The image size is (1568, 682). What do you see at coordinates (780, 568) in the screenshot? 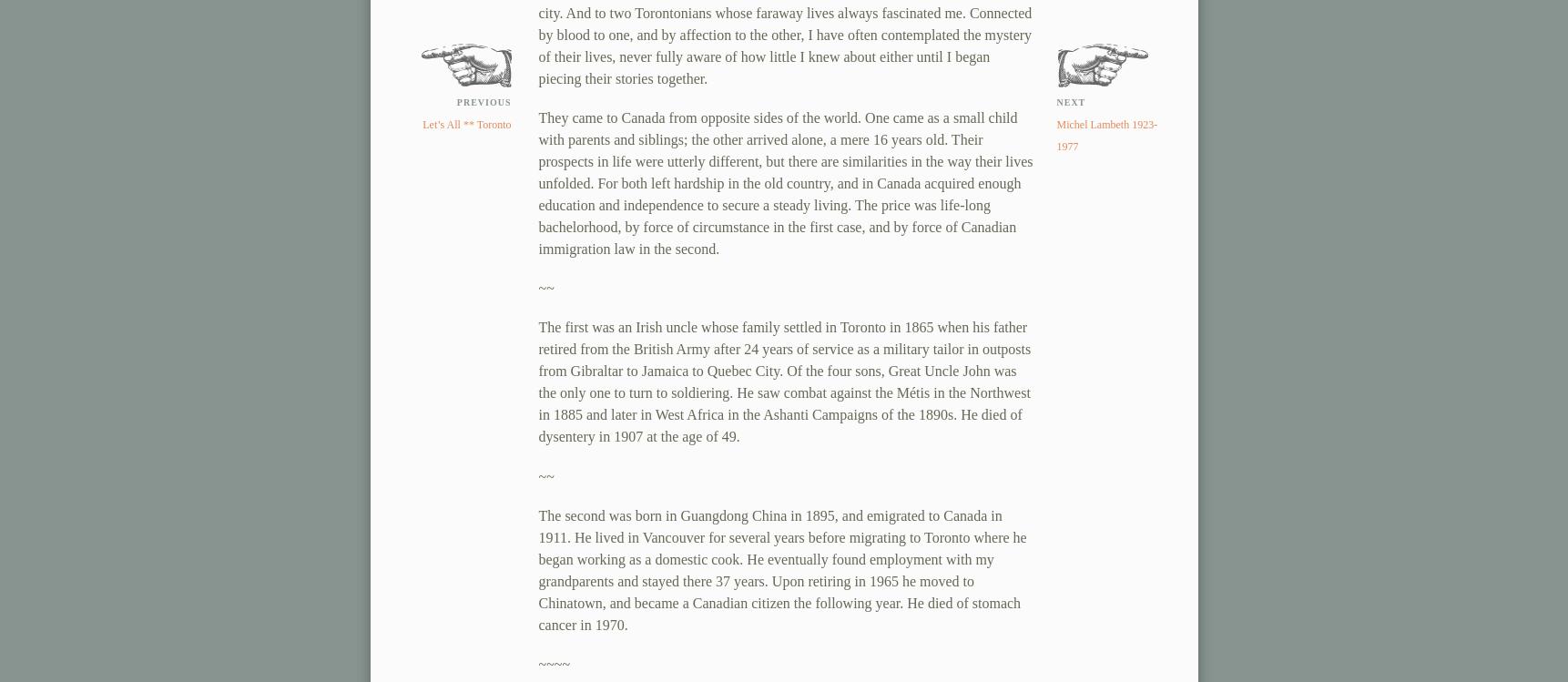
I see `'The second was born in Guangdong China in 1895, and emigrated to Canada in 1911. He lived in Vancouver for several years before migrating to Toronto where he began working as a domestic cook. He eventually found employment with my grandparents and stayed there 37 years. Upon retiring in 1965 he moved to Chinatown, and became a Canadian citizen the following year. He died of stomach cancer in 1970.'` at bounding box center [780, 568].